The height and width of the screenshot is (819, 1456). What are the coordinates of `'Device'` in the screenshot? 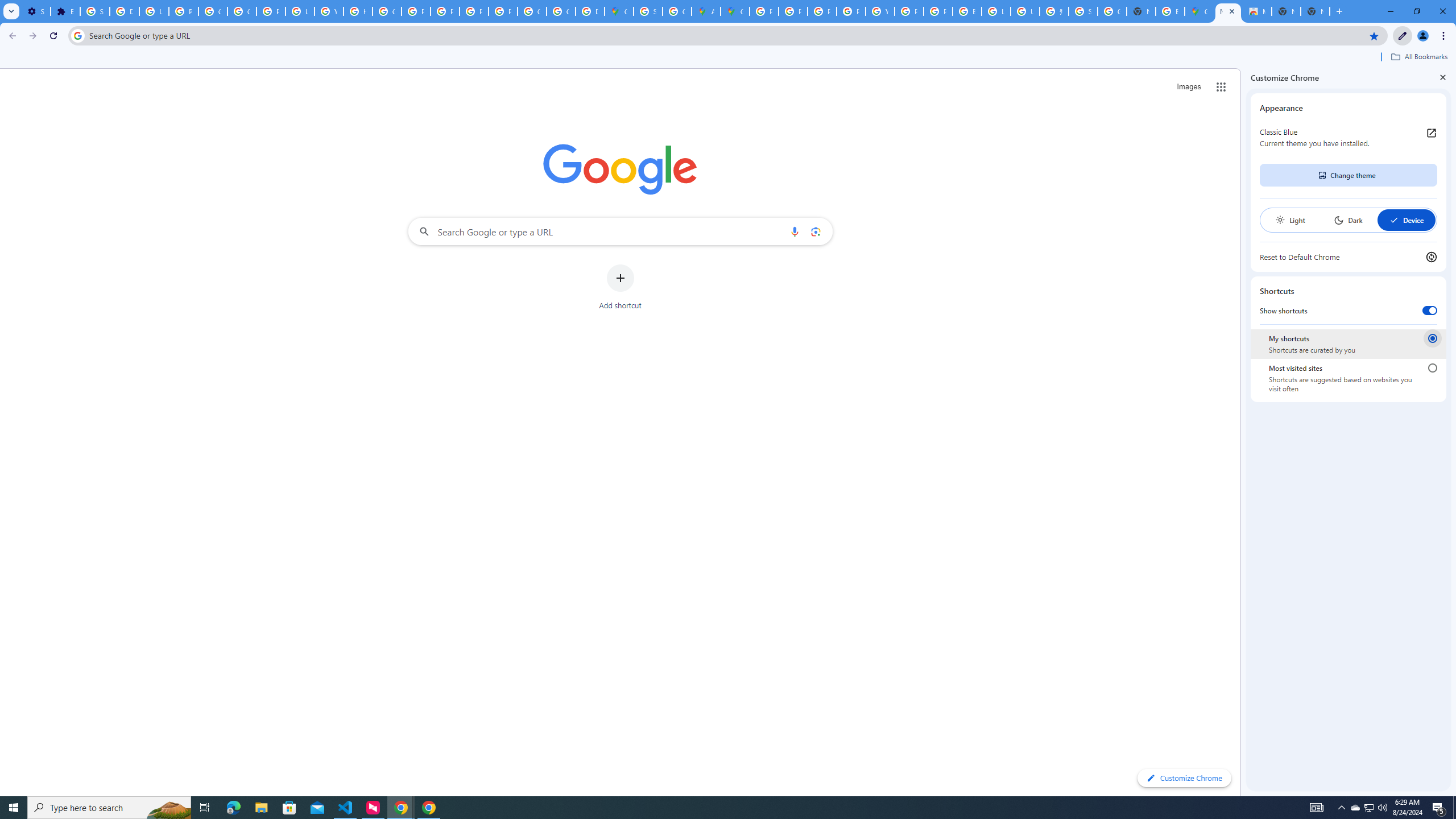 It's located at (1405, 220).